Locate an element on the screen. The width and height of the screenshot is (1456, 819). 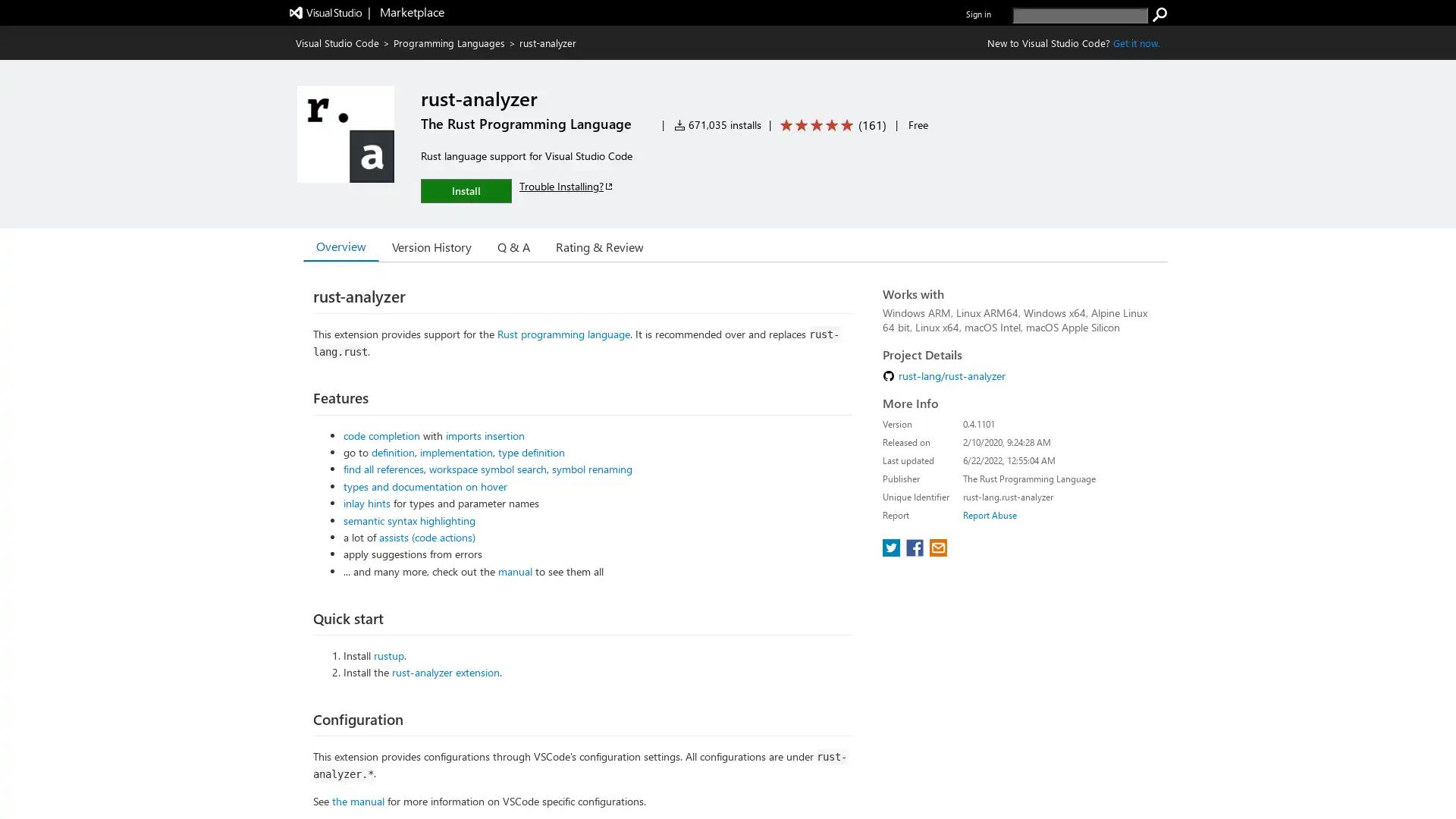
Install is located at coordinates (465, 190).